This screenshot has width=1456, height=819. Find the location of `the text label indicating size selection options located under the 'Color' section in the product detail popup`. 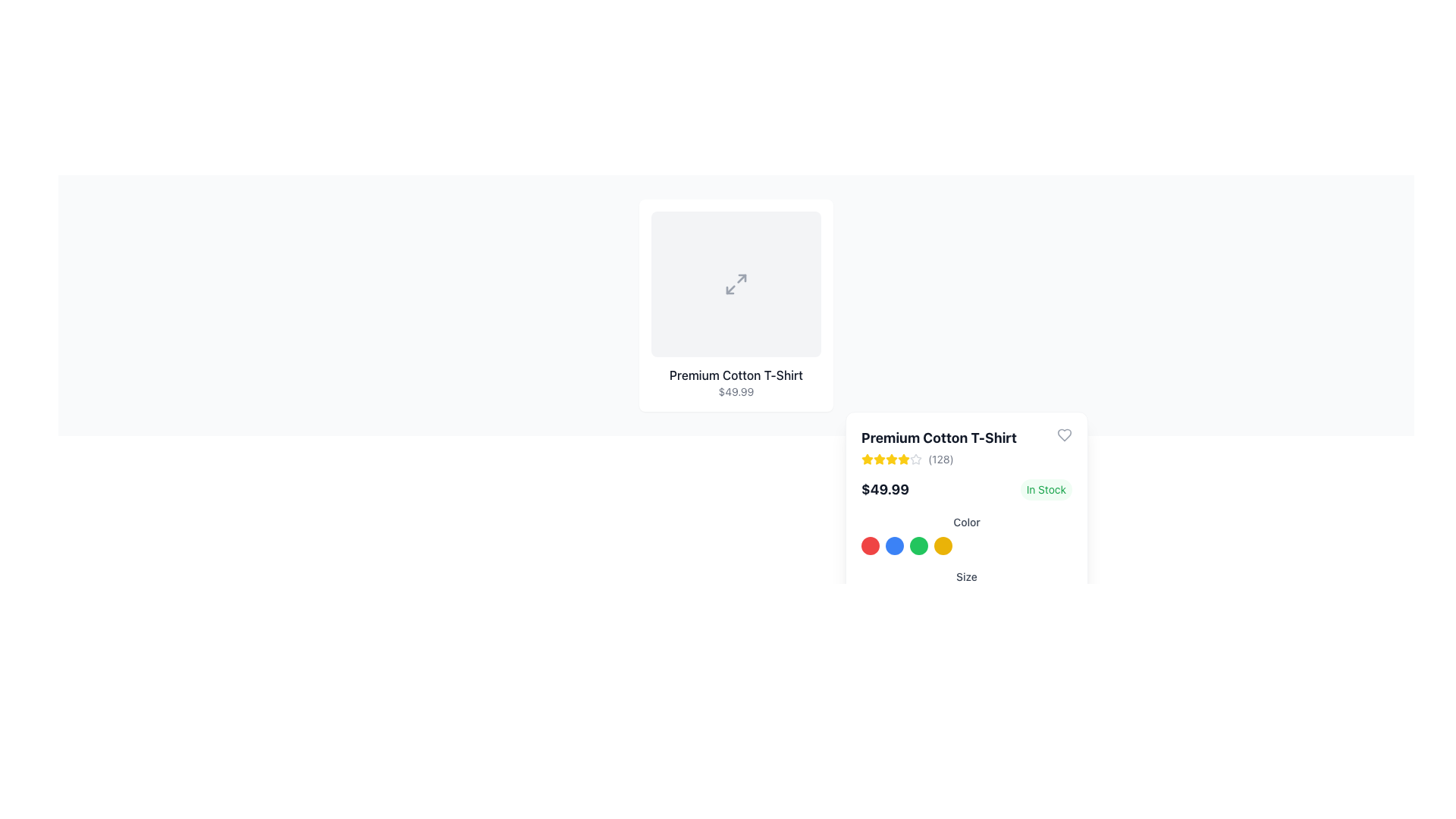

the text label indicating size selection options located under the 'Color' section in the product detail popup is located at coordinates (966, 580).